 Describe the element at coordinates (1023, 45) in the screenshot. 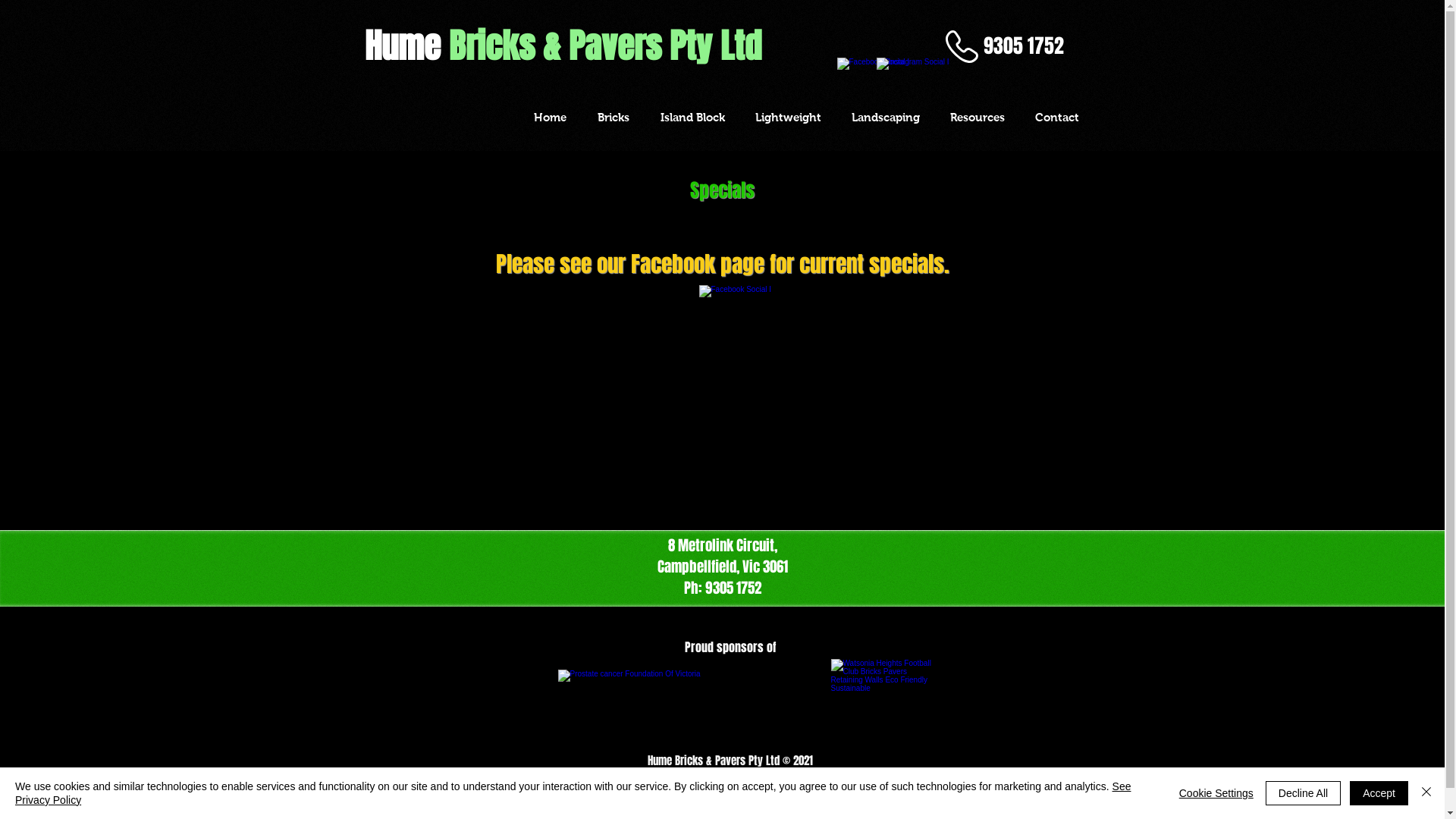

I see `'9305 1752'` at that location.